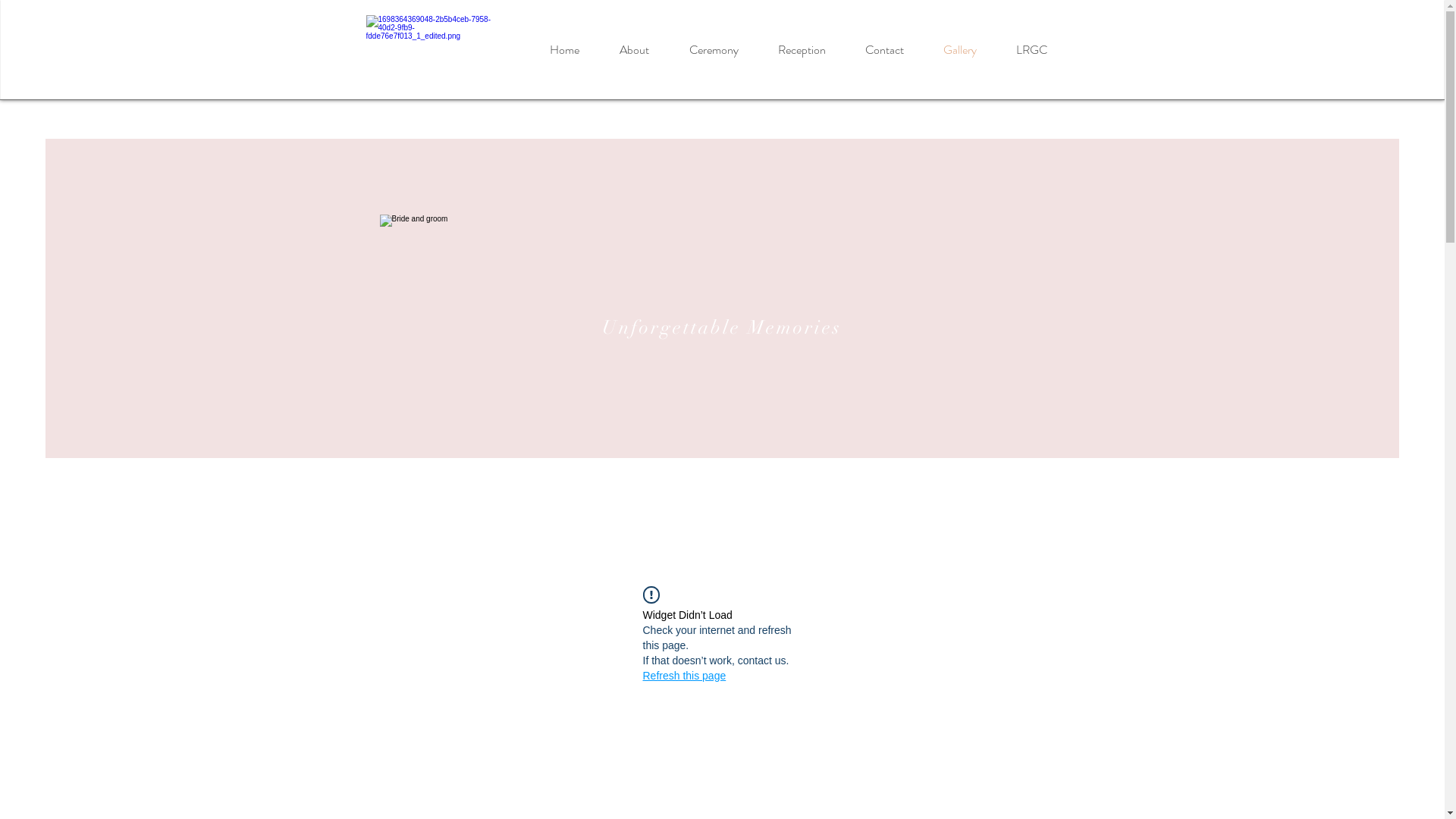 This screenshot has height=819, width=1456. Describe the element at coordinates (801, 49) in the screenshot. I see `'Reception'` at that location.